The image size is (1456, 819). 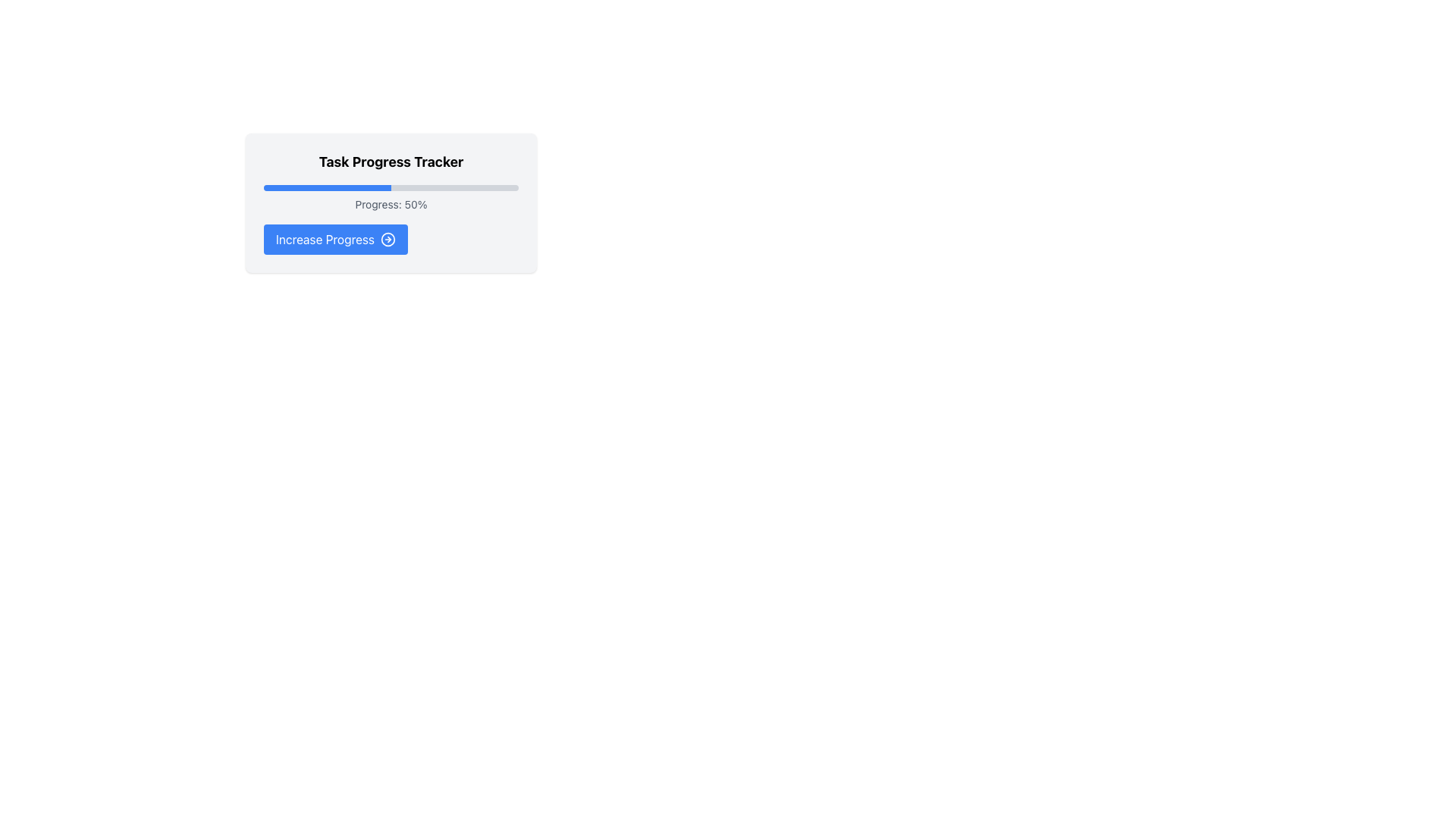 What do you see at coordinates (388, 239) in the screenshot?
I see `the Circle icon element located within the arrow-circle icon to the right of the 'Increase Progress' button` at bounding box center [388, 239].